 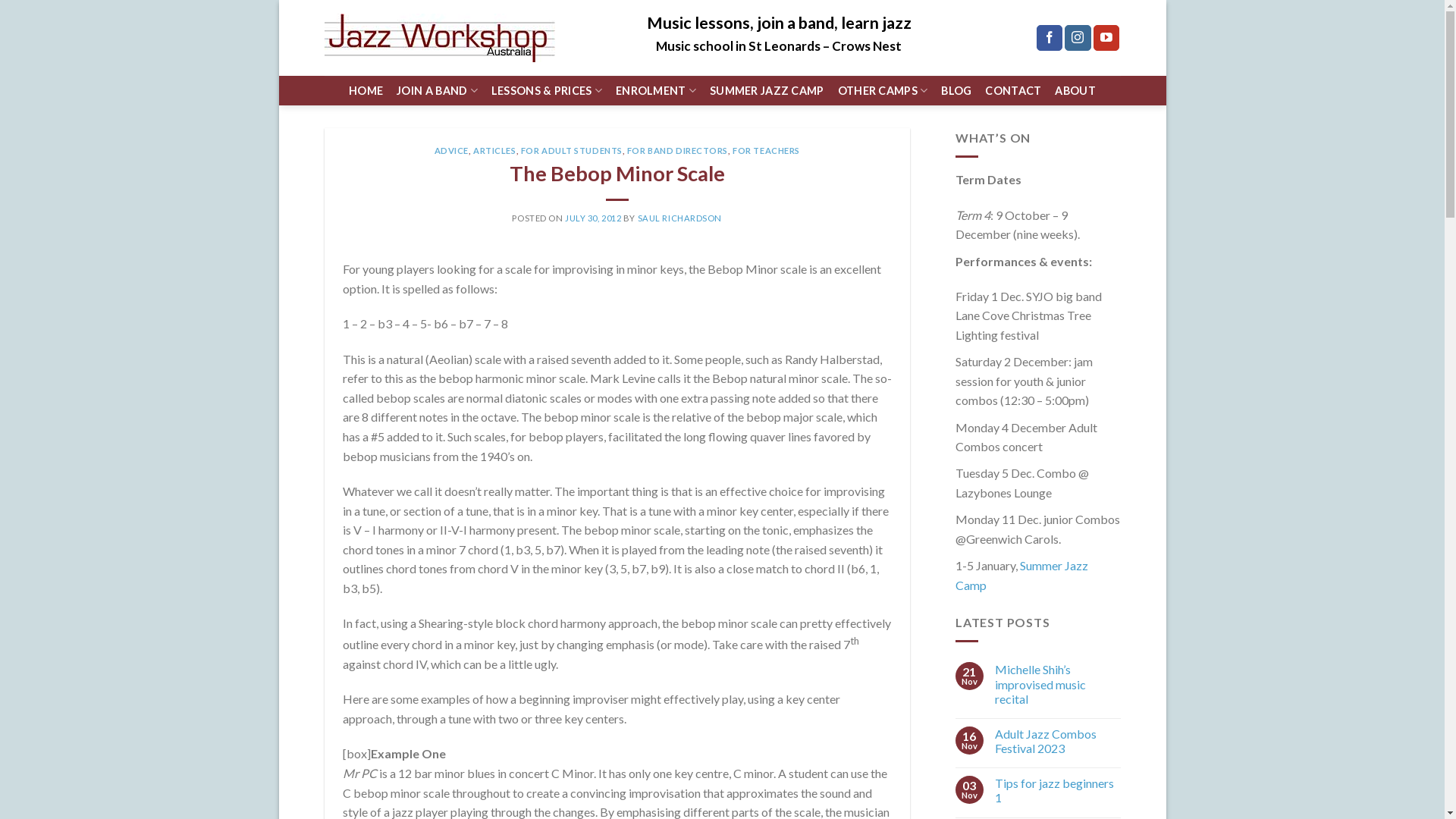 What do you see at coordinates (1048, 37) in the screenshot?
I see `'Follow on Facebook'` at bounding box center [1048, 37].